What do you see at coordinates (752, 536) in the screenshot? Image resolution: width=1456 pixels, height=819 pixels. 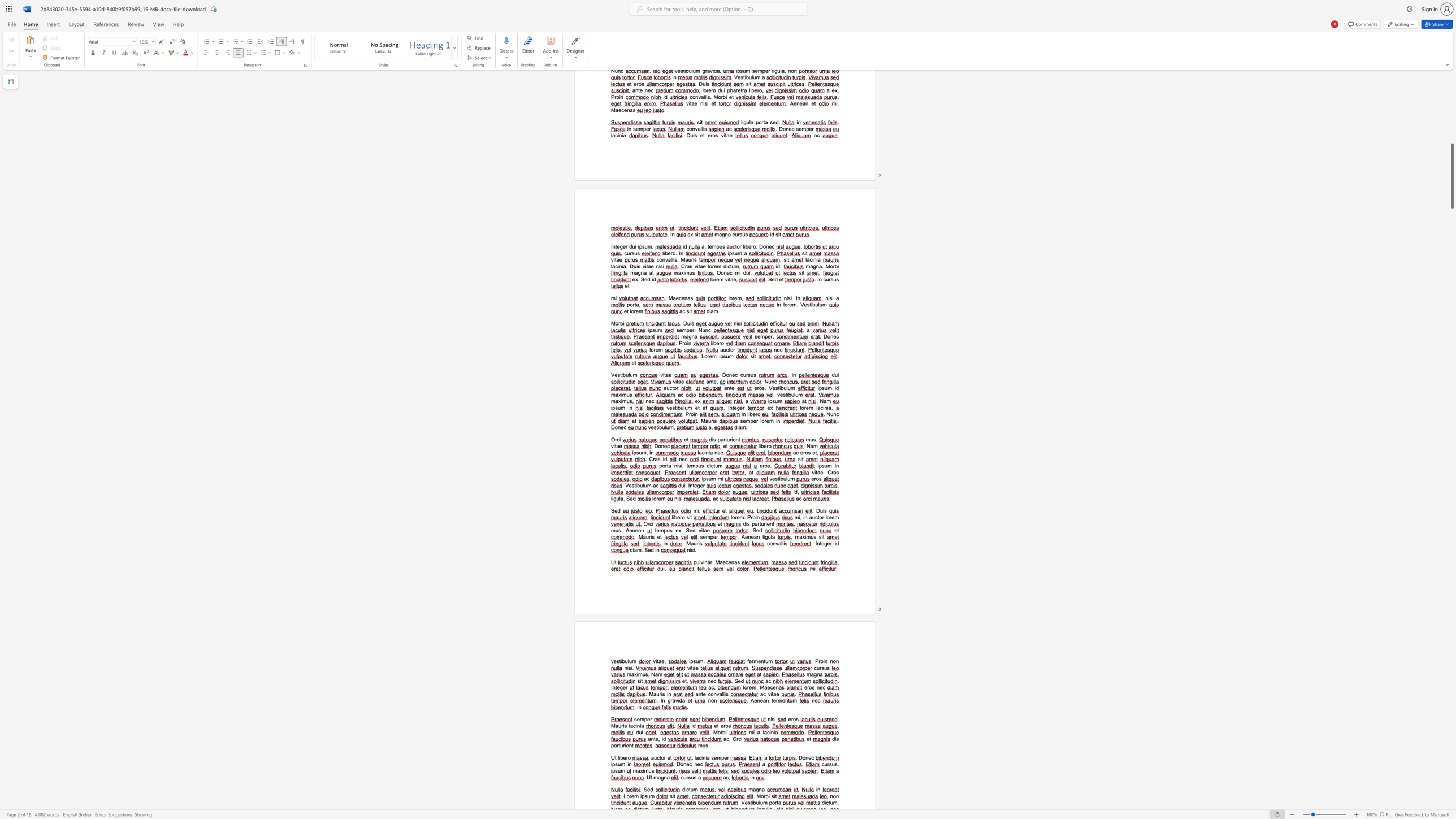 I see `the 2th character "e" in the text` at bounding box center [752, 536].